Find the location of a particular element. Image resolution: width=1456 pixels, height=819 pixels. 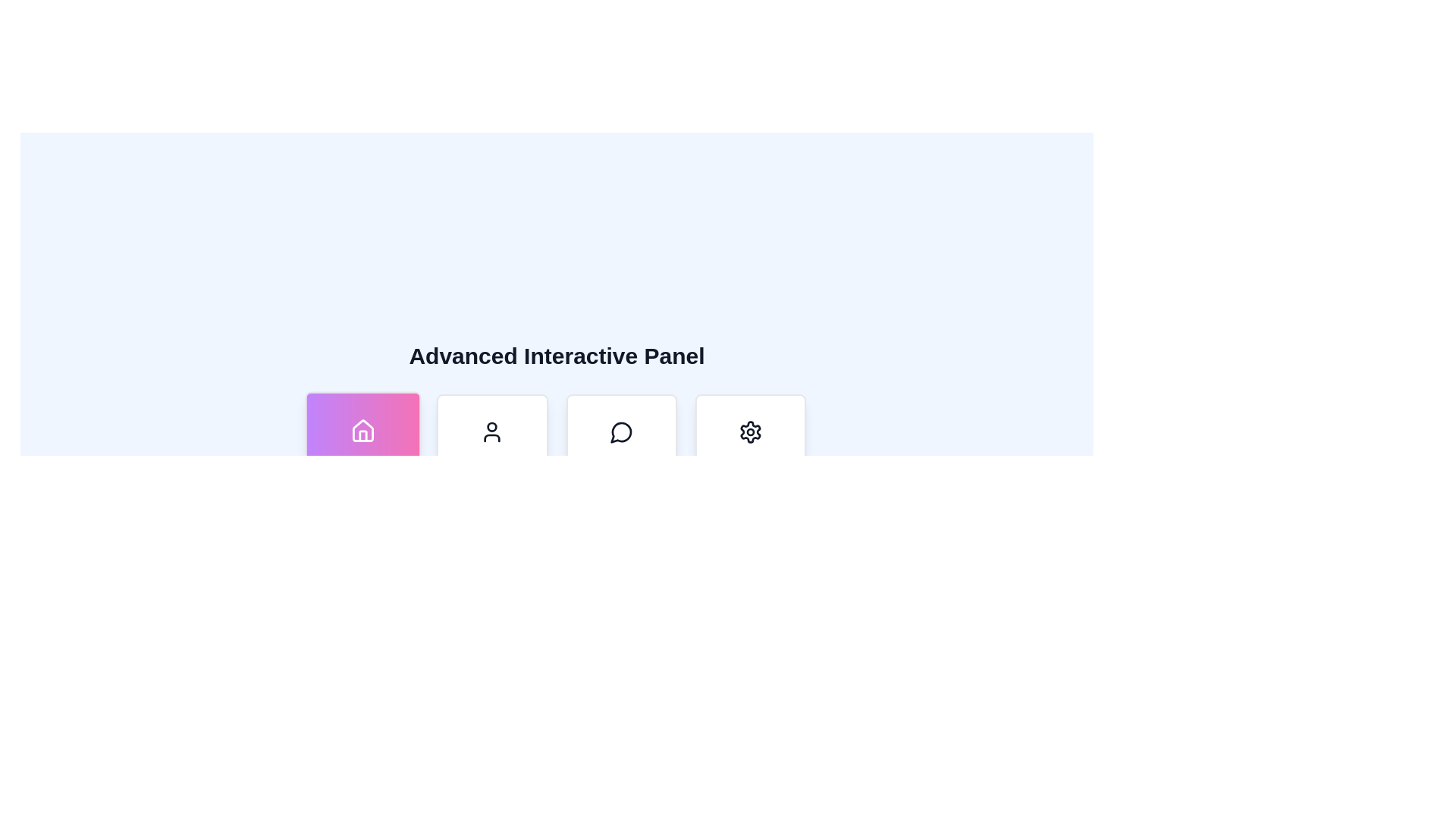

the gear-like icon representing settings functionality, which is located at the top center of the 'Settings' box is located at coordinates (750, 432).